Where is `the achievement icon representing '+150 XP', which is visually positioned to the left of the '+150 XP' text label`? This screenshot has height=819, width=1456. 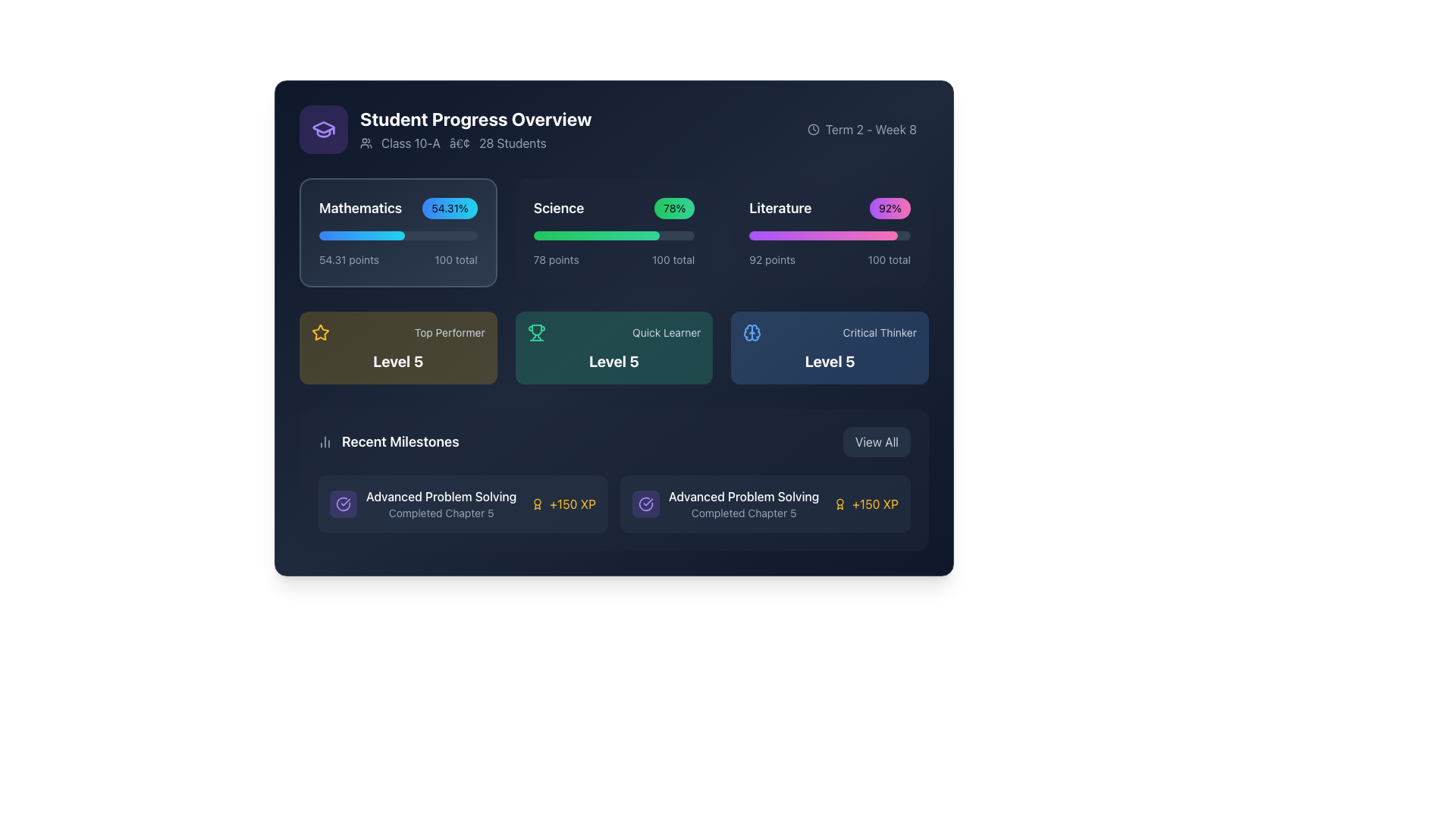 the achievement icon representing '+150 XP', which is visually positioned to the left of the '+150 XP' text label is located at coordinates (538, 504).